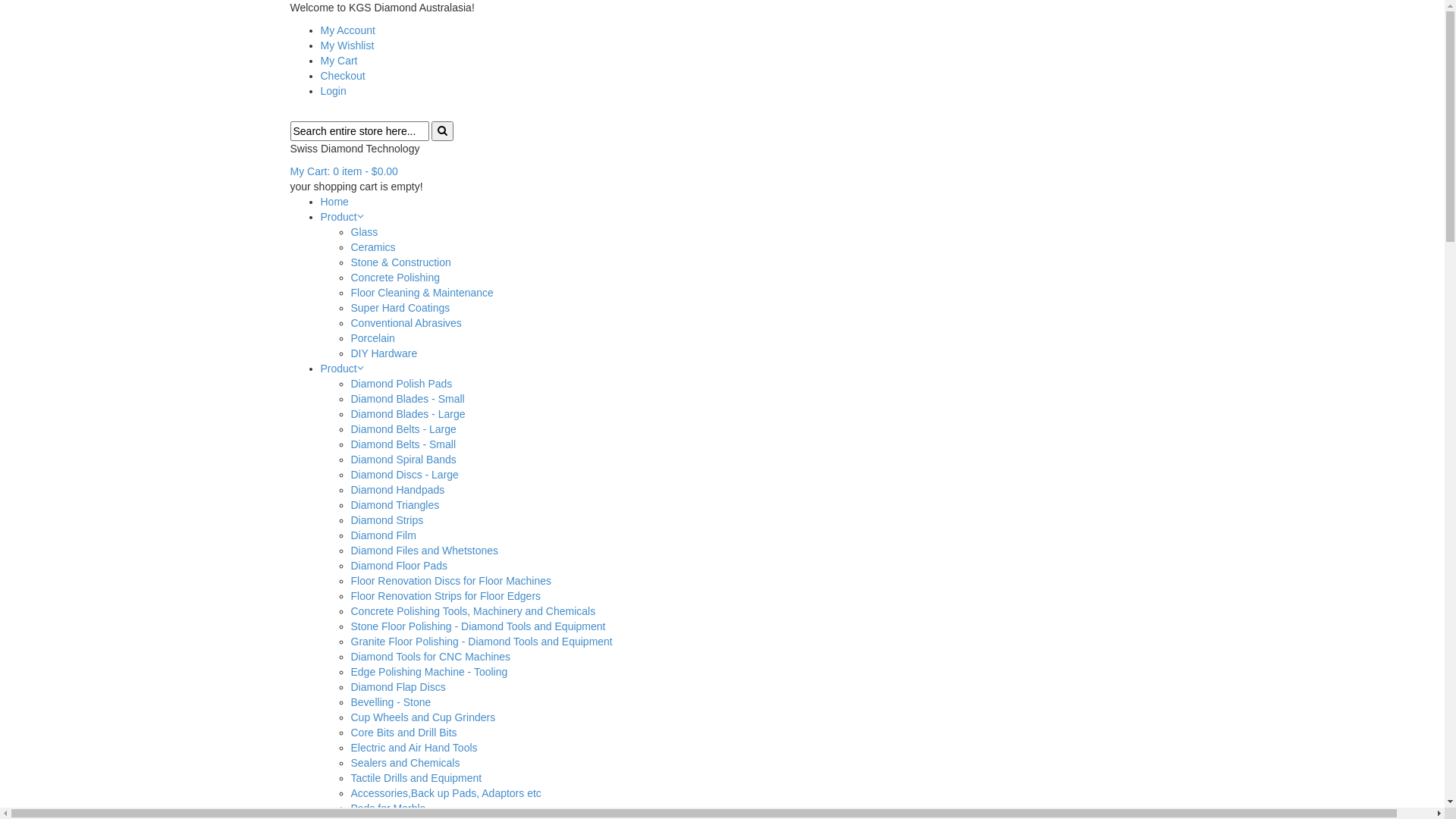 The image size is (1456, 819). Describe the element at coordinates (397, 687) in the screenshot. I see `'Diamond Flap Discs'` at that location.